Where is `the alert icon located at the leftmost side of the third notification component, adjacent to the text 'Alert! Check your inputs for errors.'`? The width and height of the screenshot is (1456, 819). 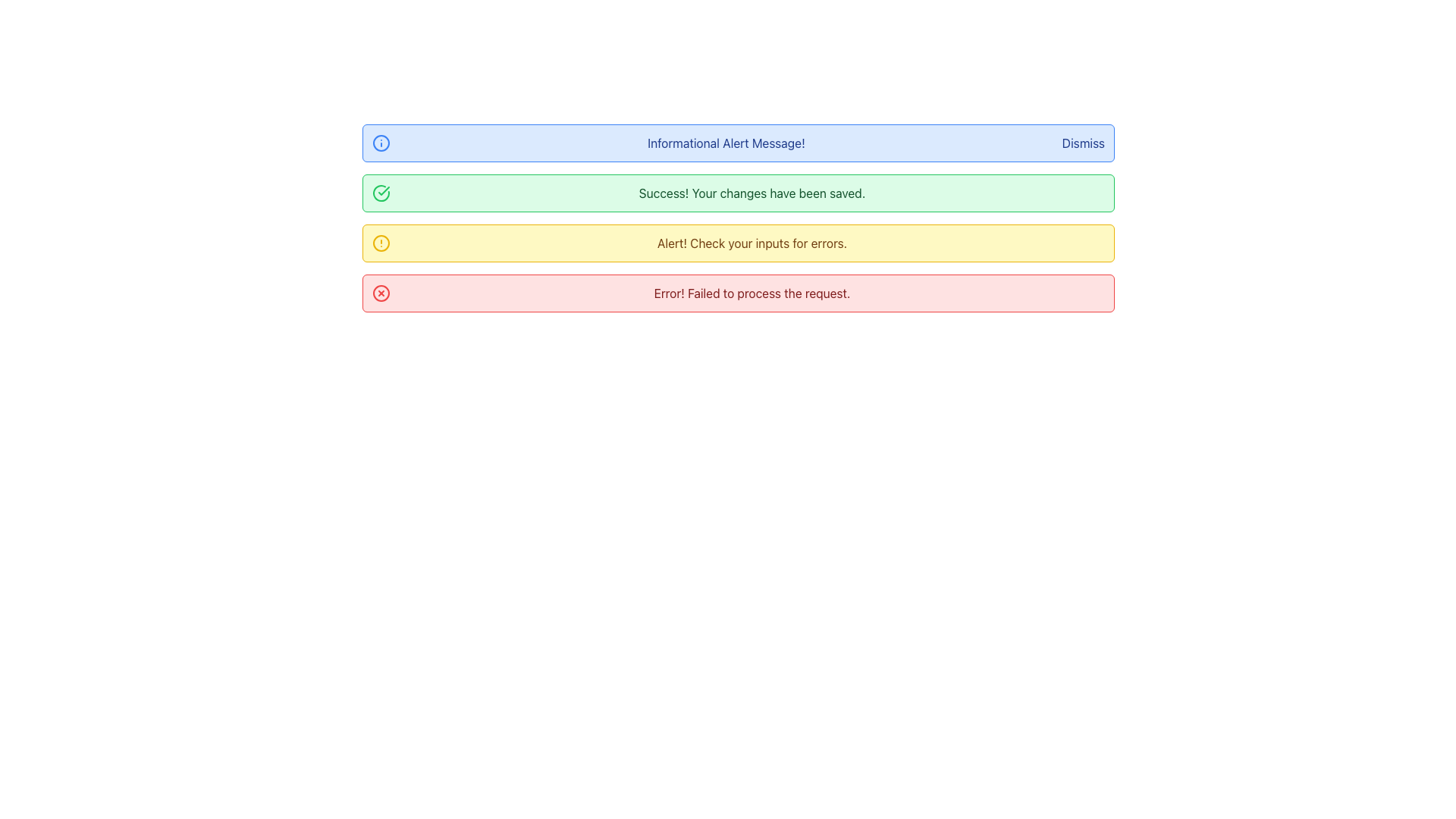 the alert icon located at the leftmost side of the third notification component, adjacent to the text 'Alert! Check your inputs for errors.' is located at coordinates (381, 242).